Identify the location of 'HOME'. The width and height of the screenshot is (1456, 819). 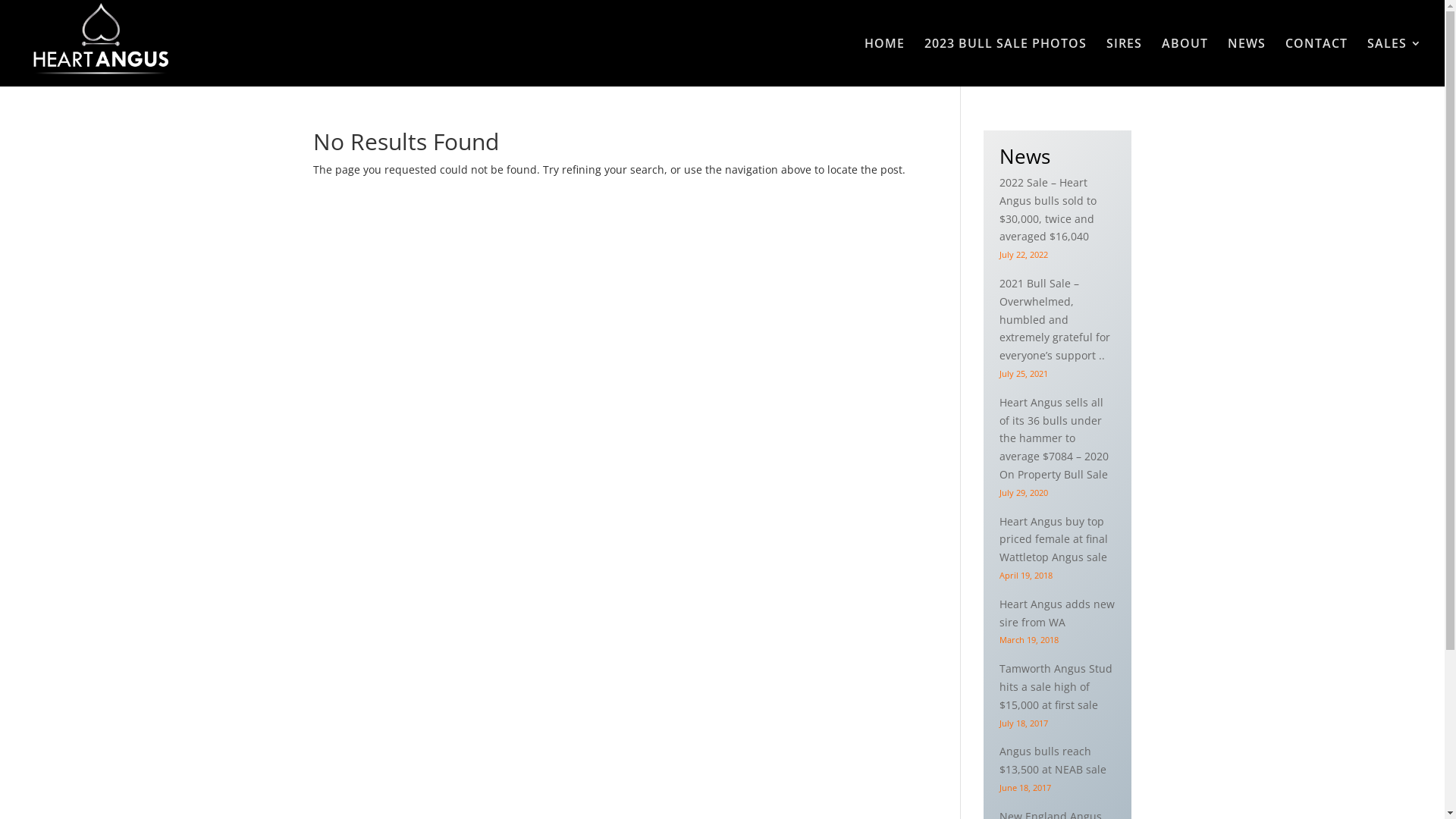
(884, 61).